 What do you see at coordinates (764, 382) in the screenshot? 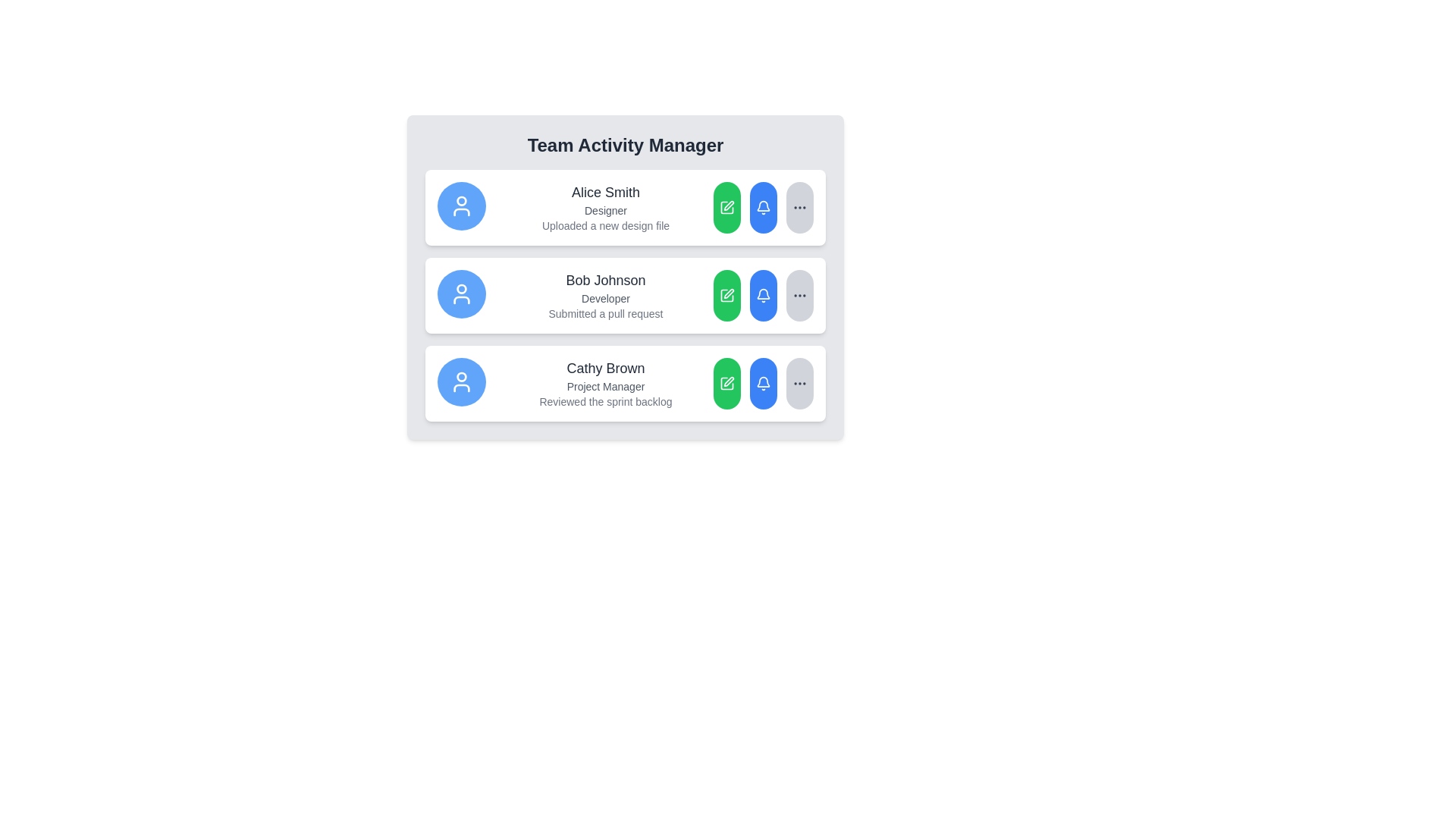
I see `the notification bell icon button associated with Bob Johnson, the Developer` at bounding box center [764, 382].